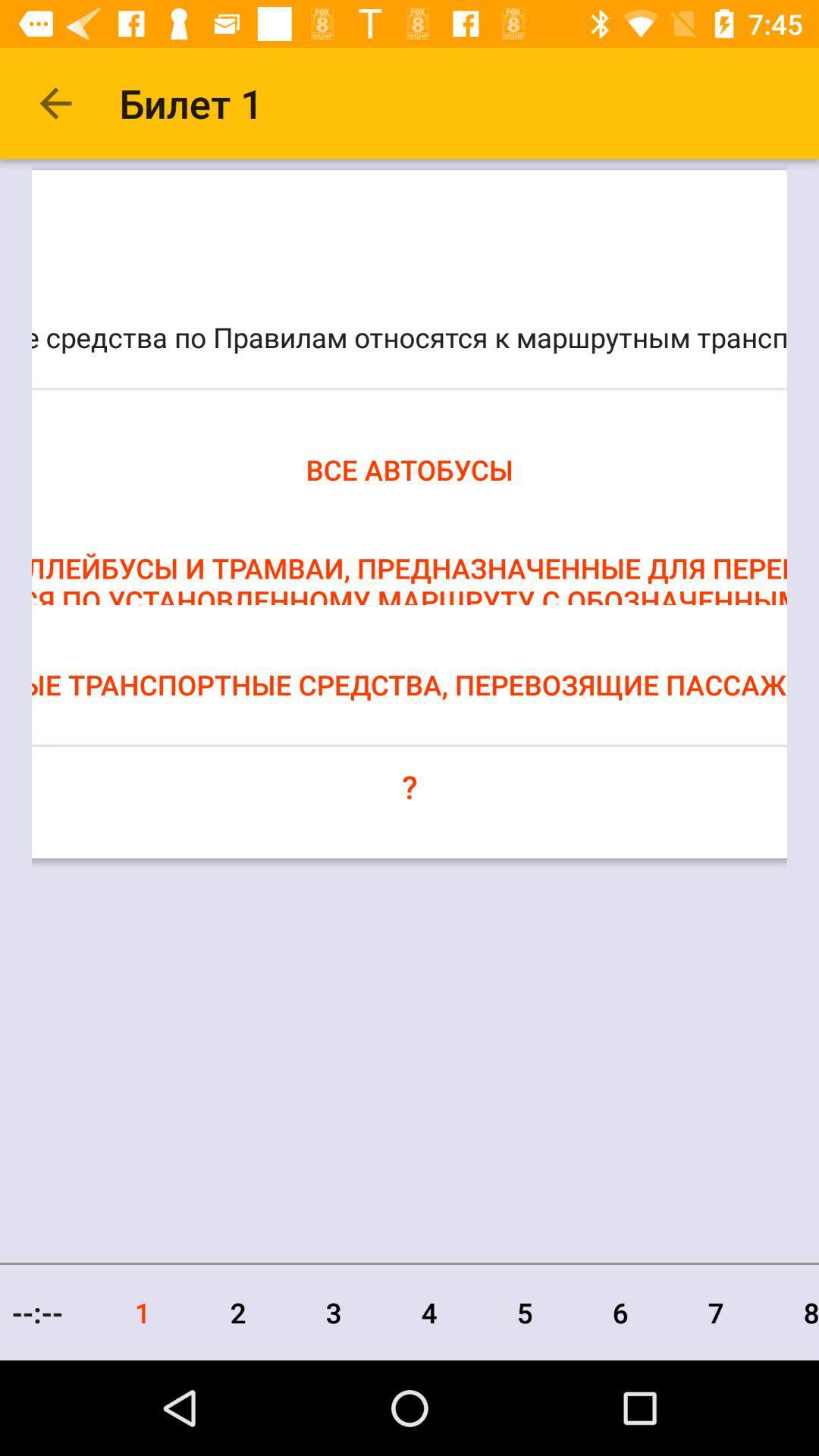  What do you see at coordinates (524, 1312) in the screenshot?
I see `5` at bounding box center [524, 1312].